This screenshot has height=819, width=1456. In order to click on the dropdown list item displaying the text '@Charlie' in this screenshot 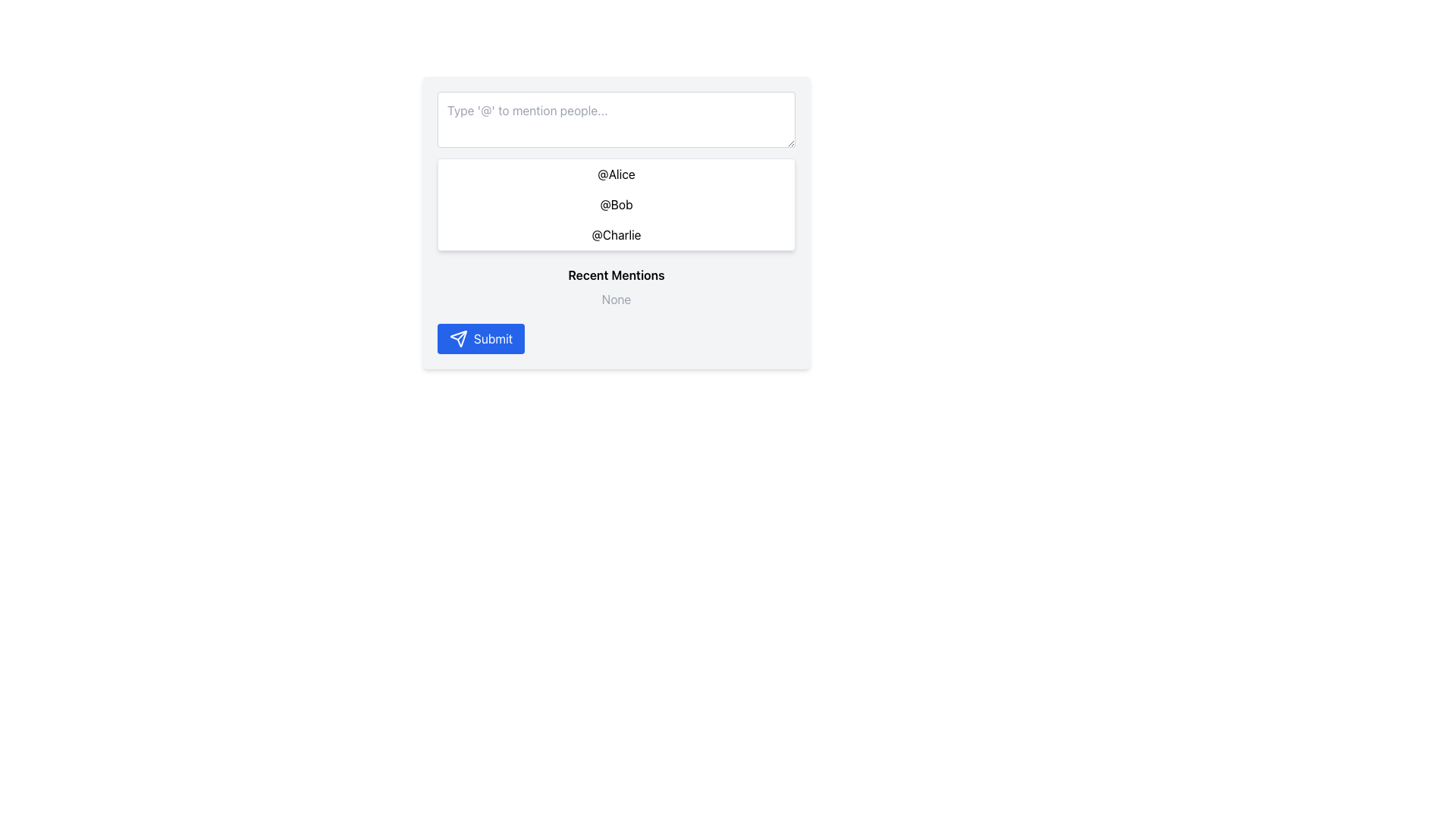, I will do `click(616, 234)`.